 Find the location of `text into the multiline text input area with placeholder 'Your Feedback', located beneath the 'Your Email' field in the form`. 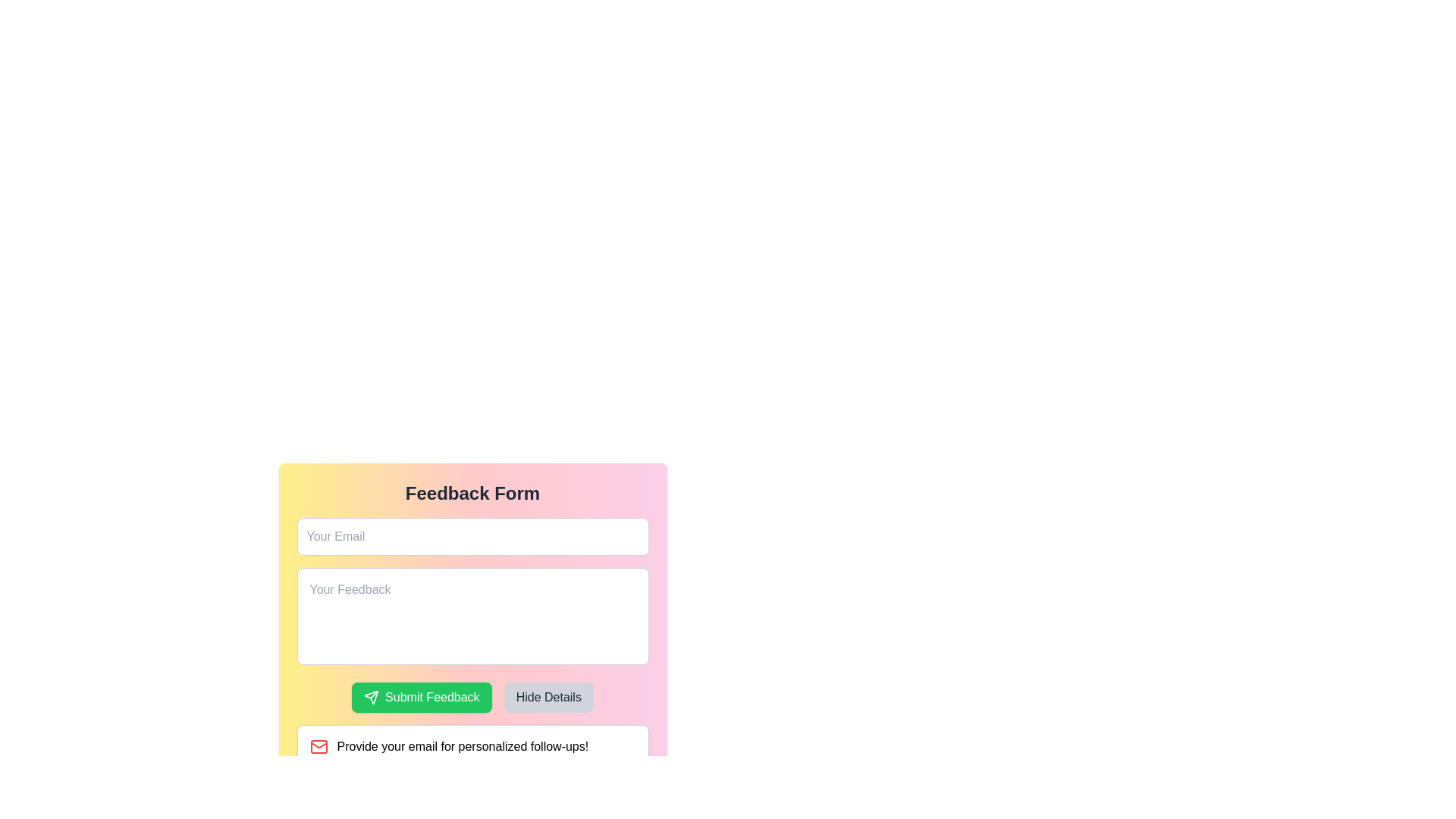

text into the multiline text input area with placeholder 'Your Feedback', located beneath the 'Your Email' field in the form is located at coordinates (472, 617).